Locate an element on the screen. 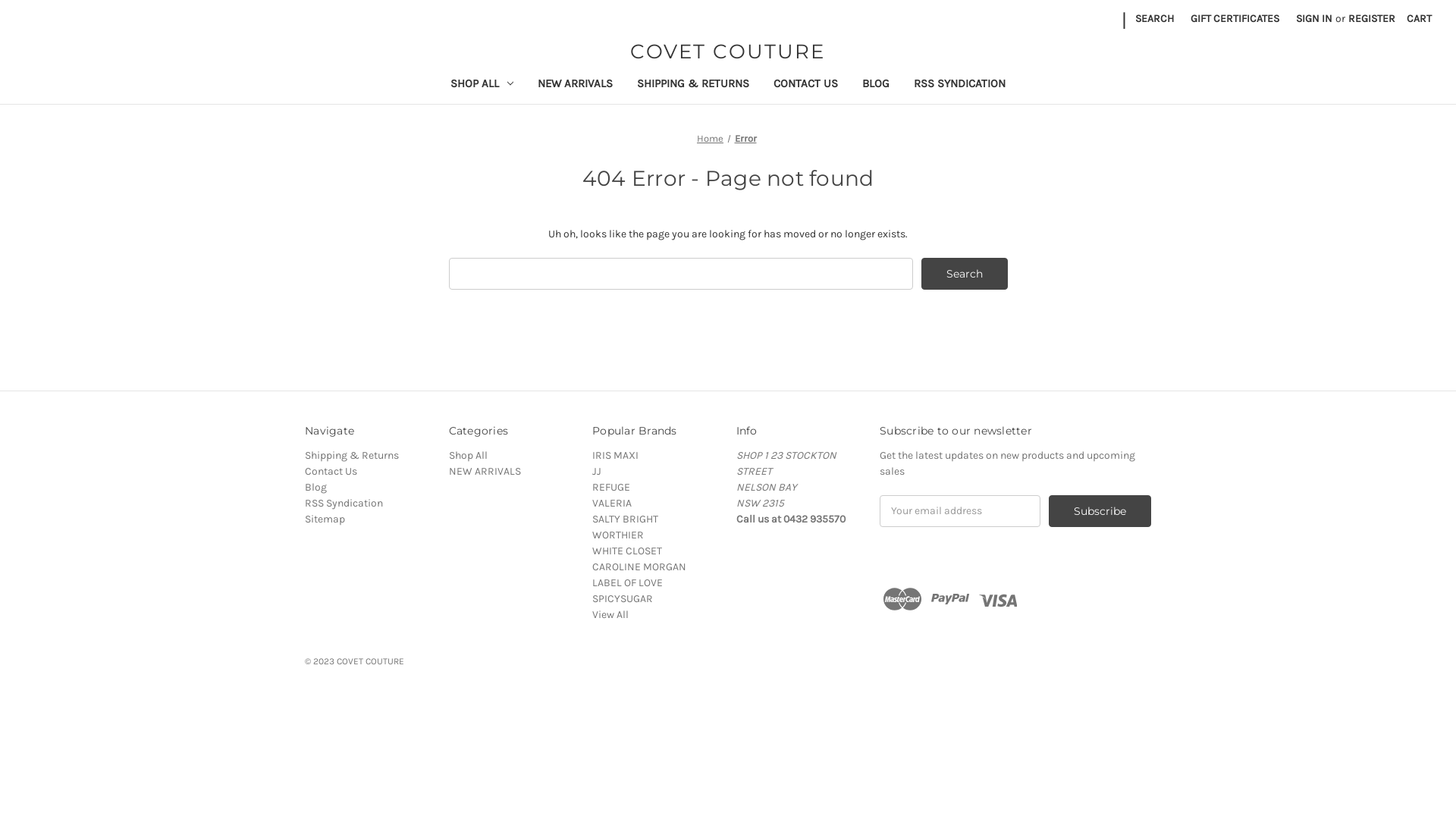  'LABEL OF LOVE' is located at coordinates (627, 582).